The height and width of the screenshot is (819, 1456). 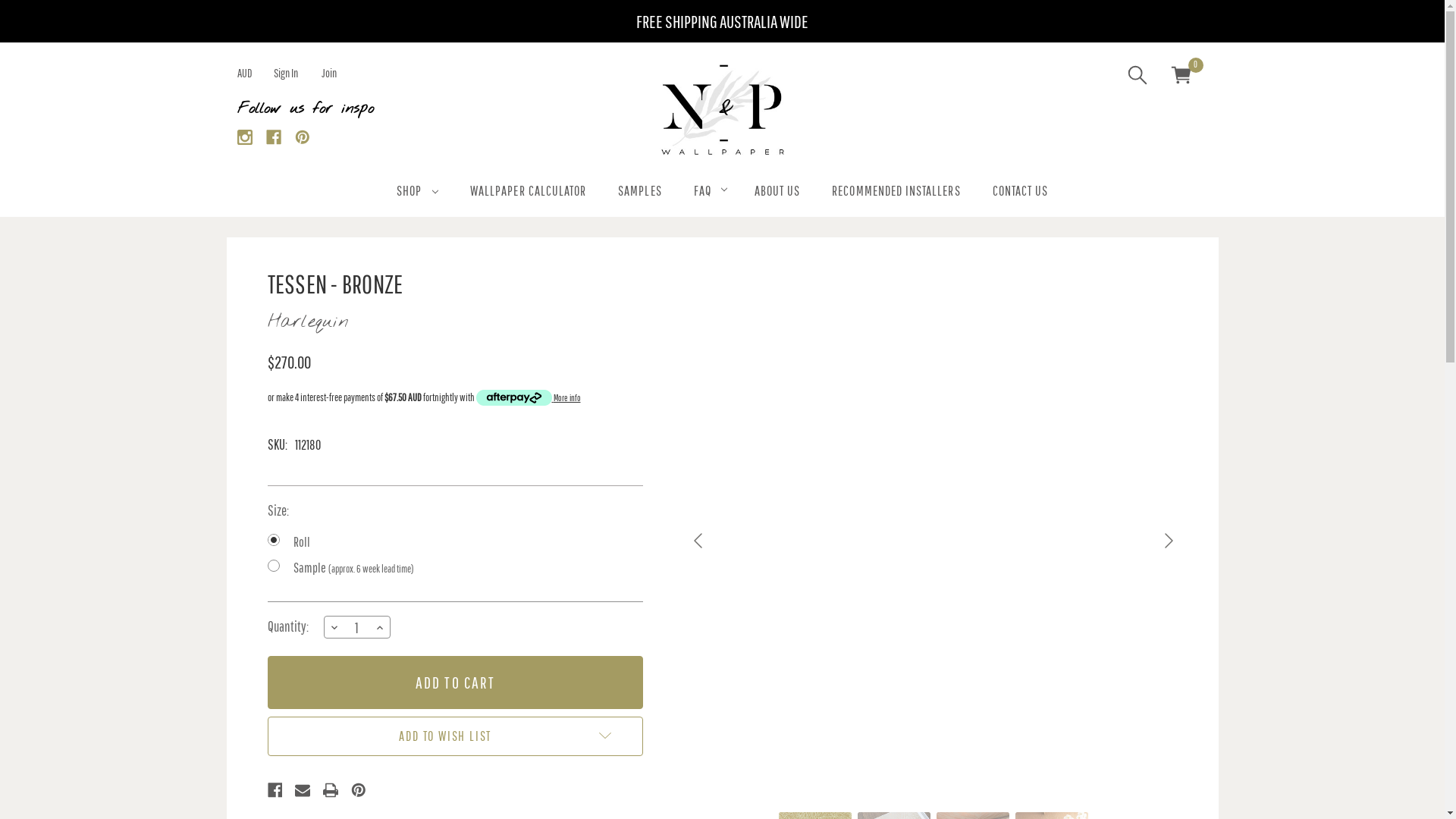 What do you see at coordinates (676, 192) in the screenshot?
I see `'FAQ'` at bounding box center [676, 192].